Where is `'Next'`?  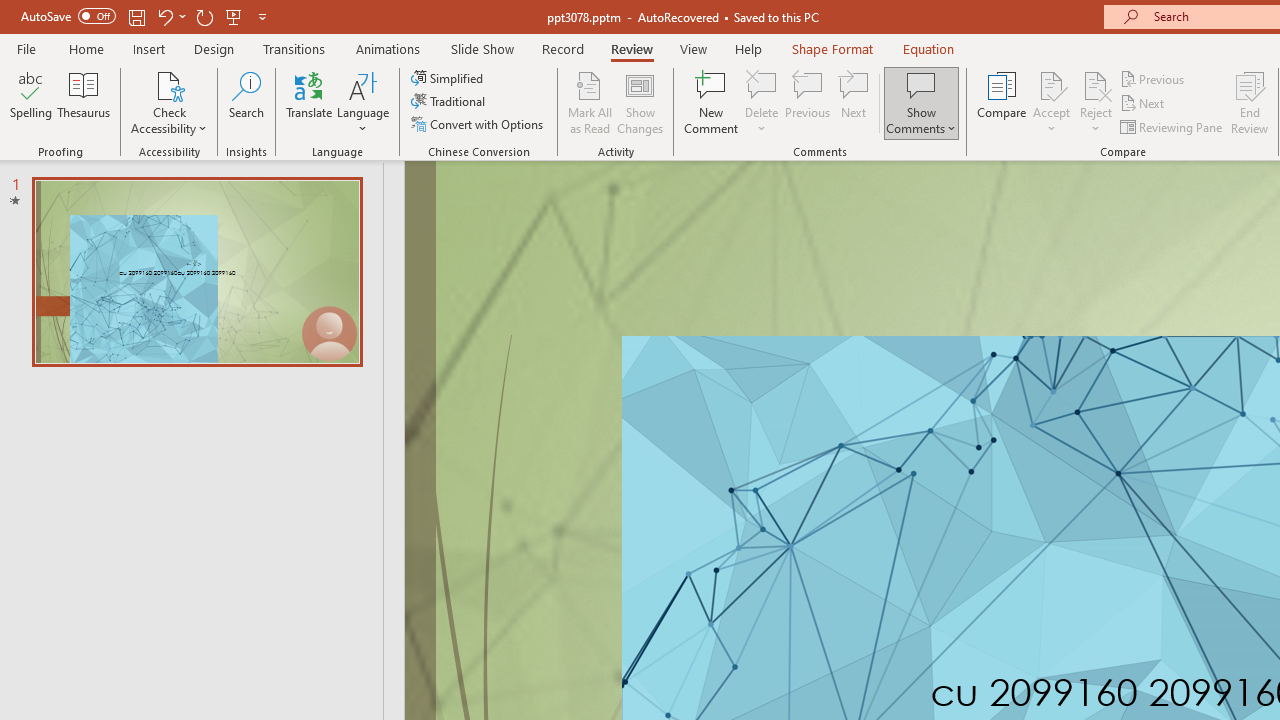
'Next' is located at coordinates (1144, 103).